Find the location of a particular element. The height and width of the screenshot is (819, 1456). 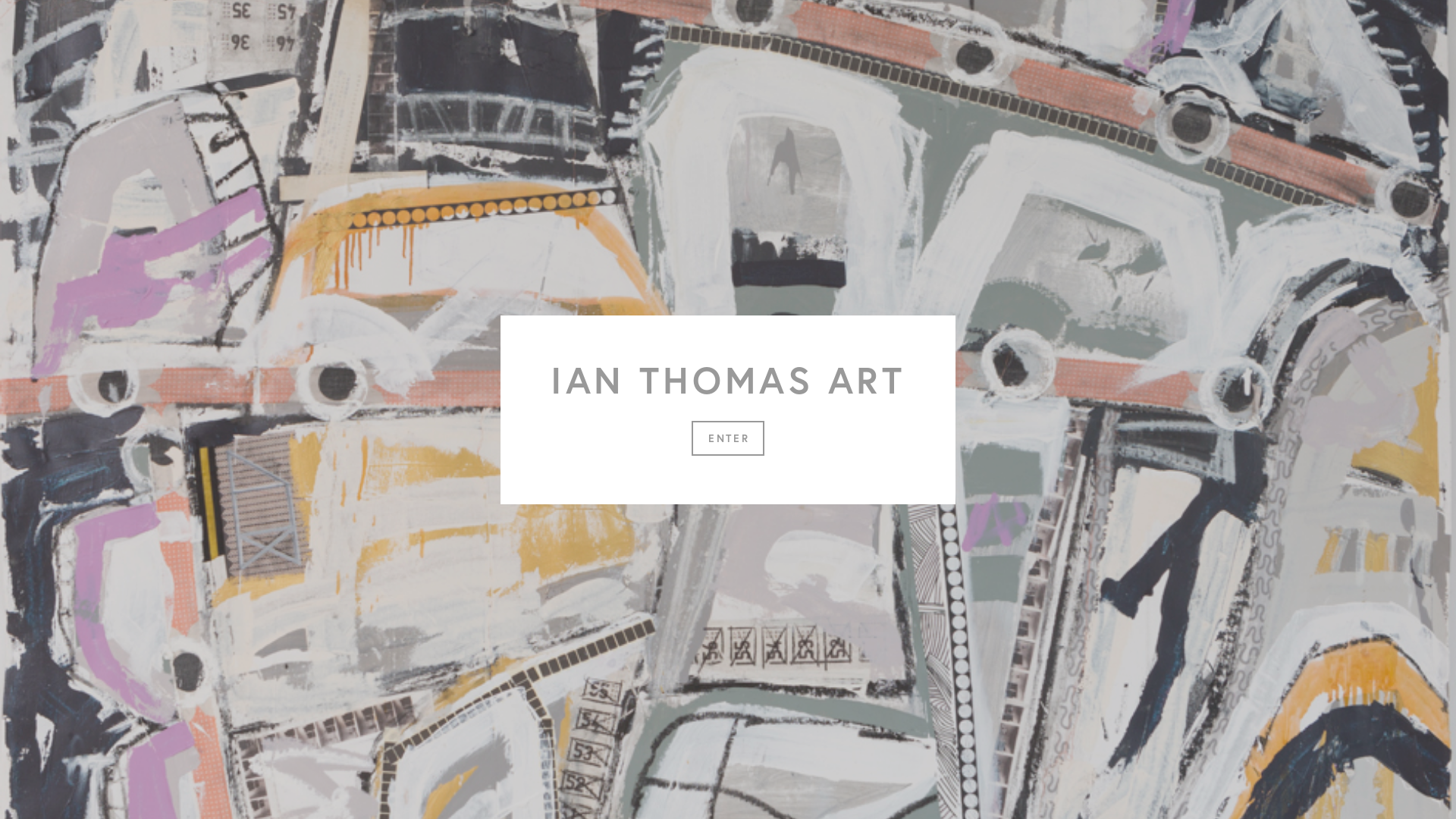

'ENTER' is located at coordinates (728, 438).